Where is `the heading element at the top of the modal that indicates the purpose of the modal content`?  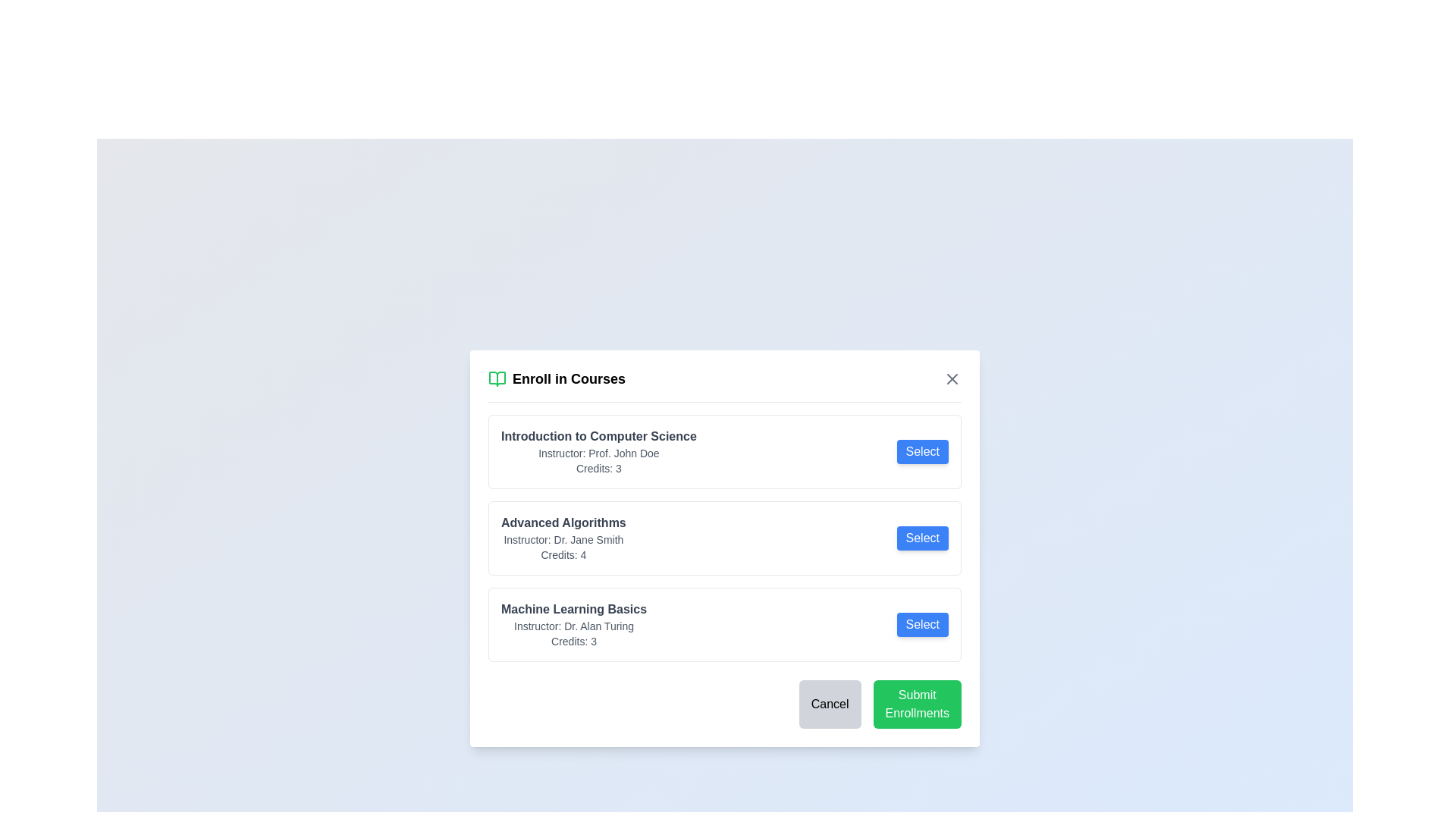
the heading element at the top of the modal that indicates the purpose of the modal content is located at coordinates (556, 378).